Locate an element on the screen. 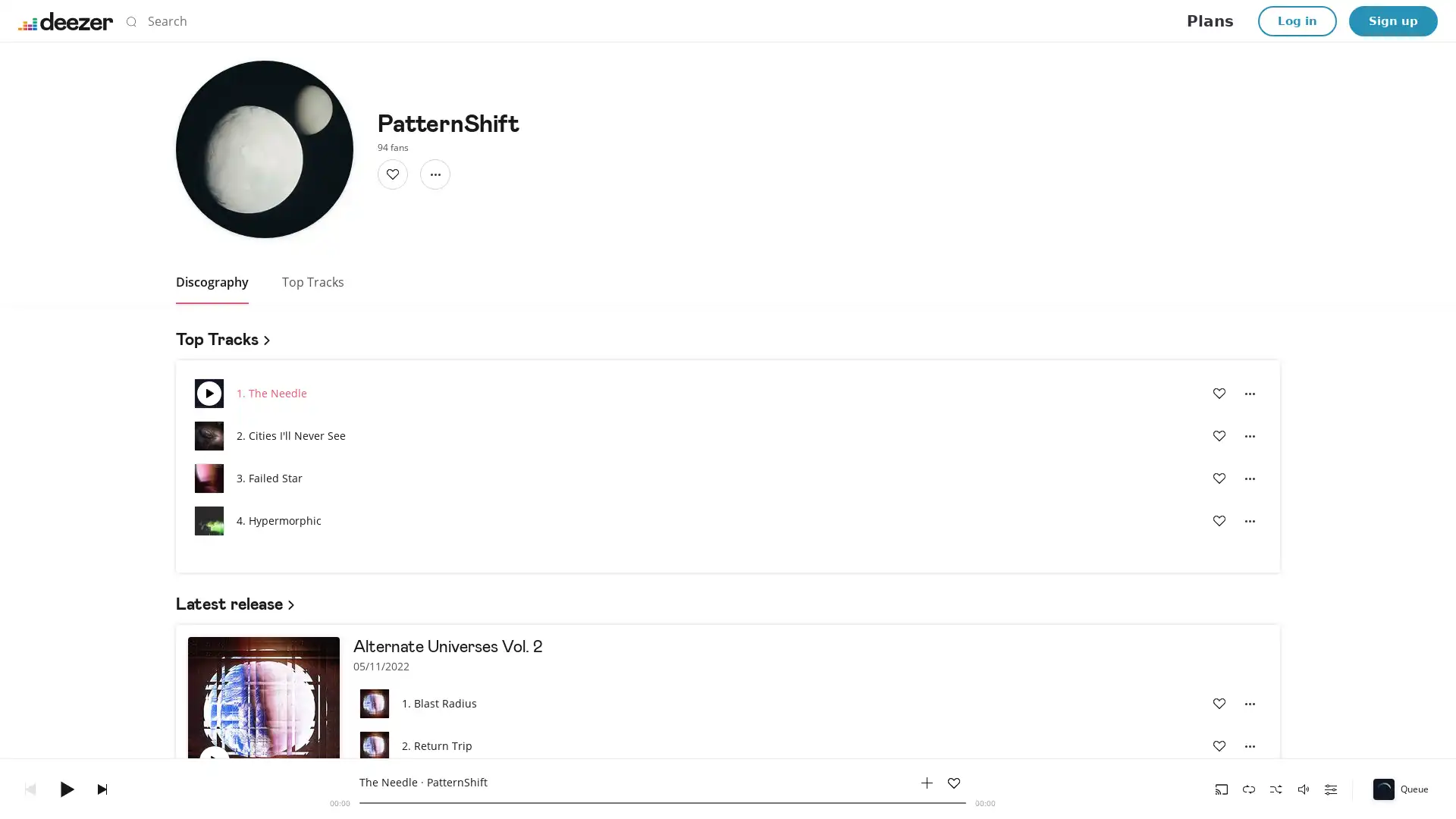 This screenshot has width=1456, height=819. Chromecast is located at coordinates (1222, 788).